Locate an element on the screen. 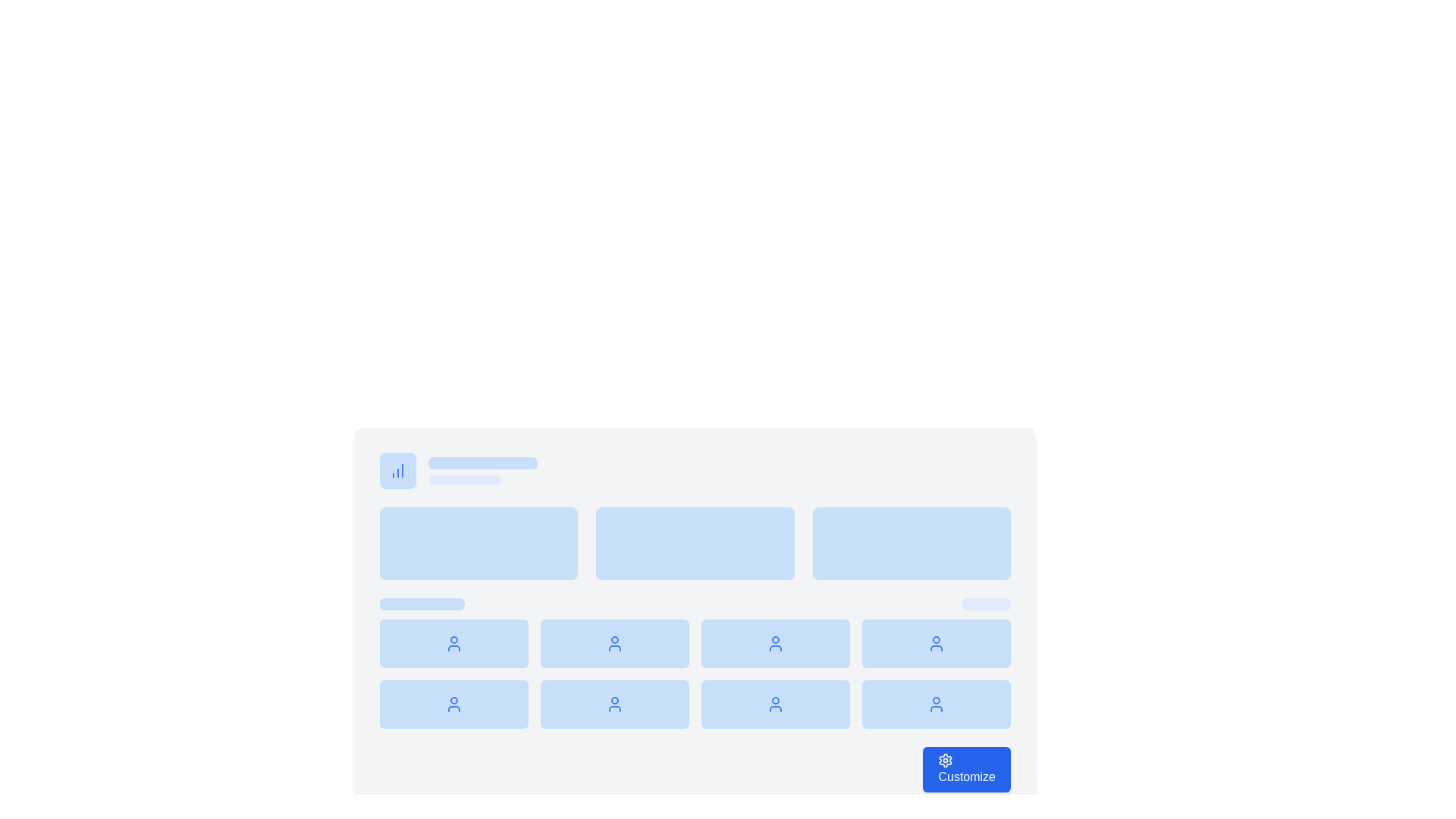 Image resolution: width=1456 pixels, height=819 pixels. the animation of the placeholder tile component located in the second row and second column of the grid layout, which visually represents user data is located at coordinates (615, 643).